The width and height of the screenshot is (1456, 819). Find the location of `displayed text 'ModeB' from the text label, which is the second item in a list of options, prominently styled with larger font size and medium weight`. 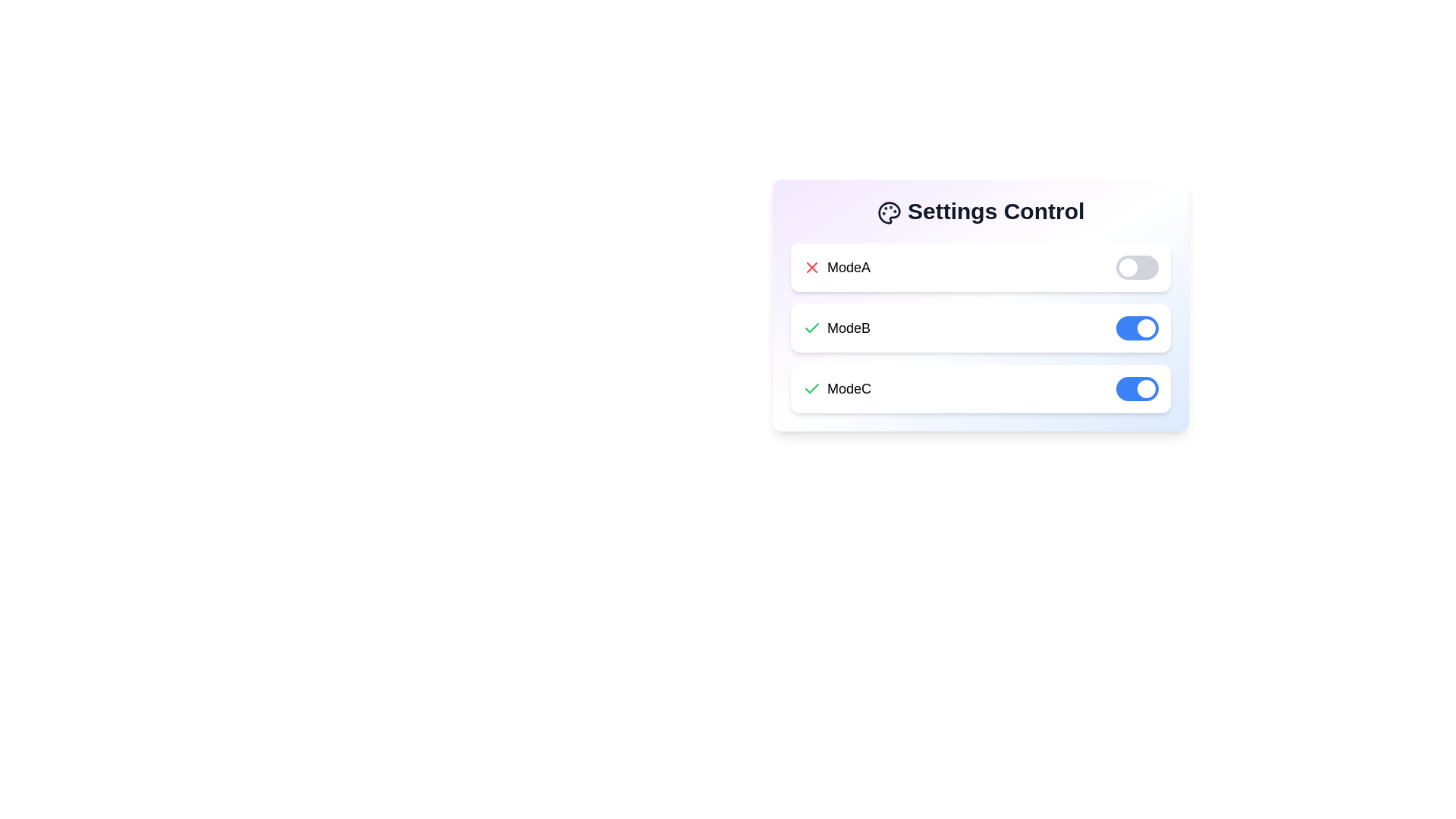

displayed text 'ModeB' from the text label, which is the second item in a list of options, prominently styled with larger font size and medium weight is located at coordinates (836, 328).